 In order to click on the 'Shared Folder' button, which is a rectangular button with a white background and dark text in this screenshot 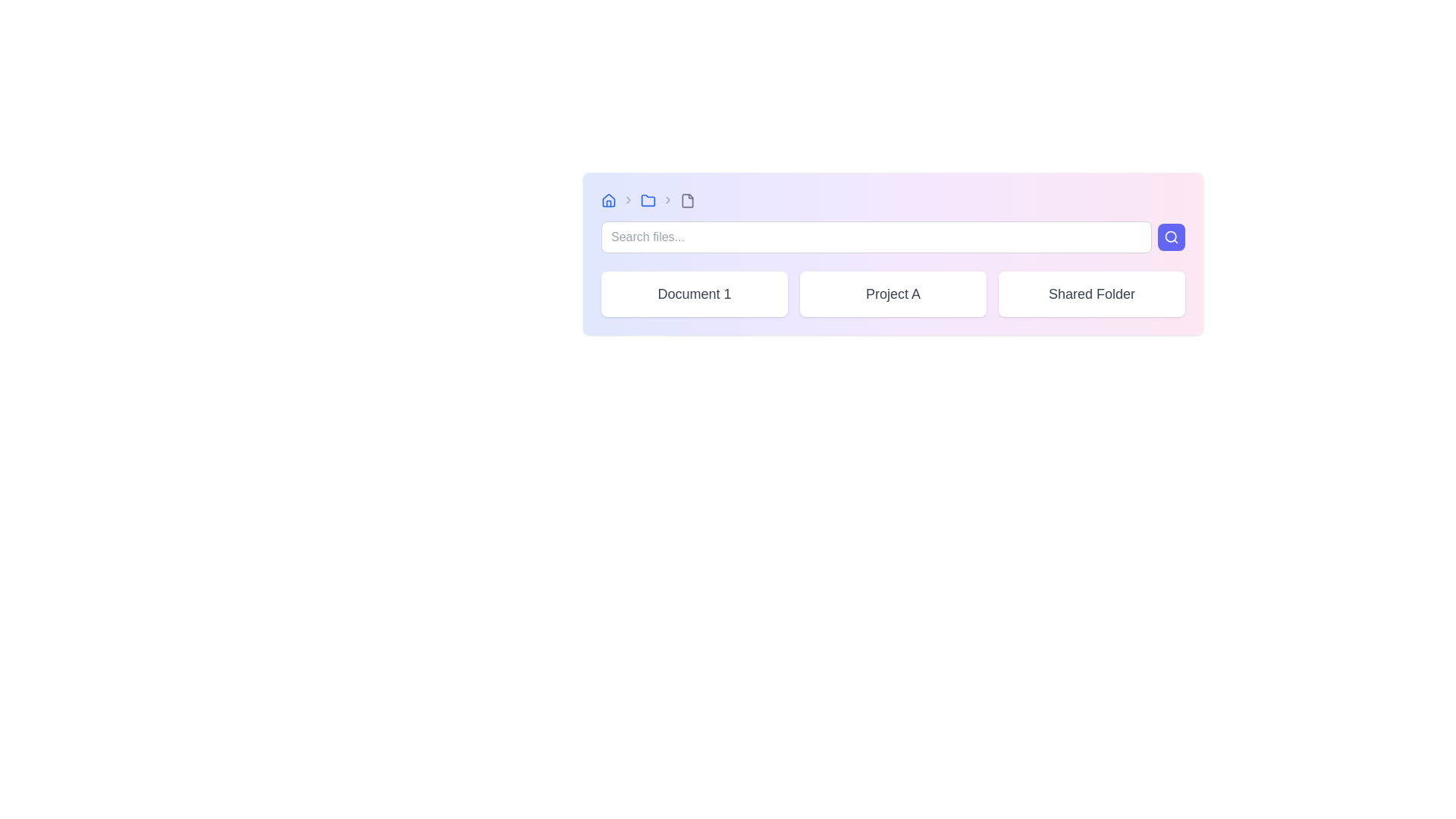, I will do `click(1092, 294)`.